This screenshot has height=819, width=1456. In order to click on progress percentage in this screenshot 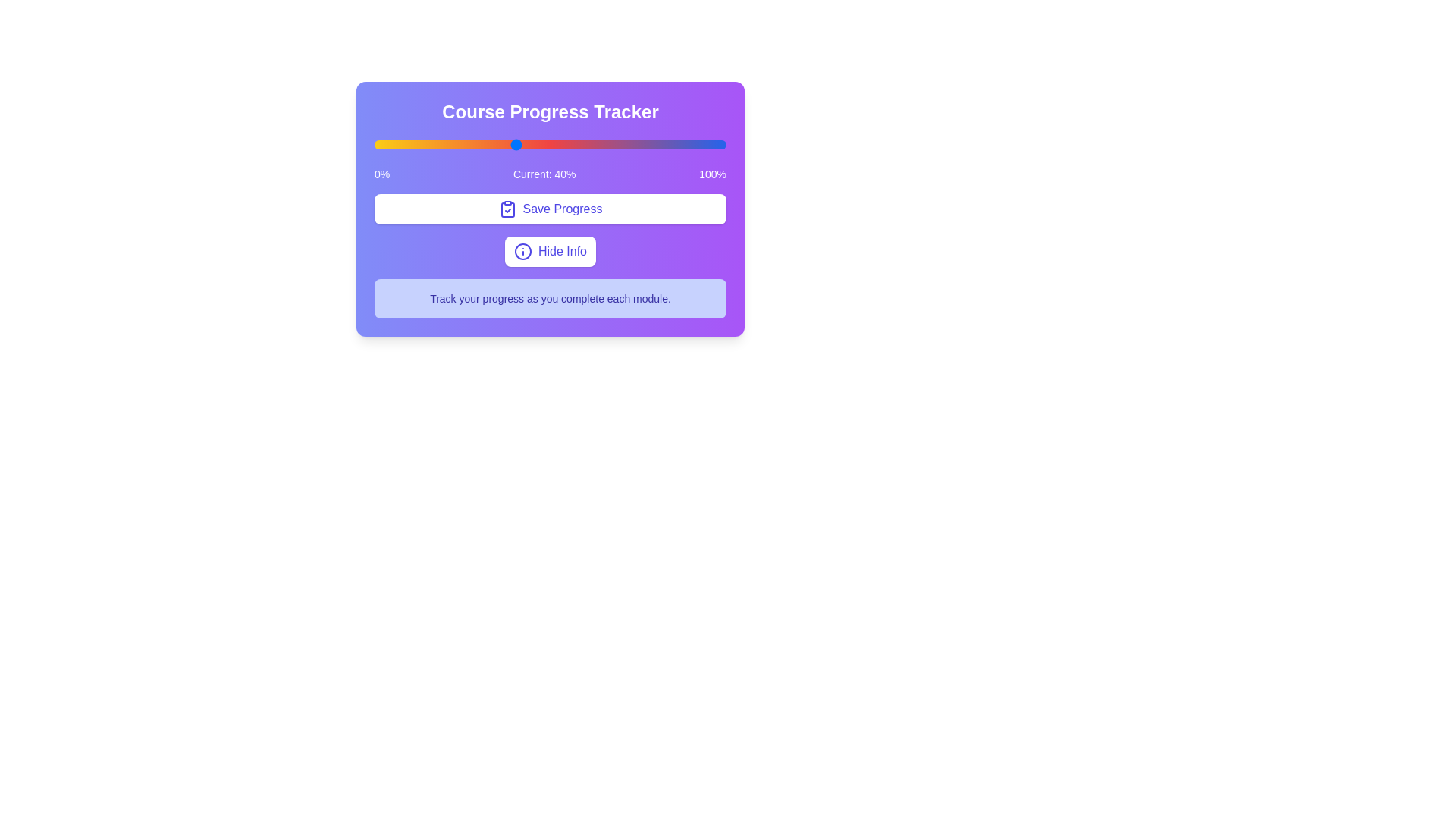, I will do `click(384, 145)`.